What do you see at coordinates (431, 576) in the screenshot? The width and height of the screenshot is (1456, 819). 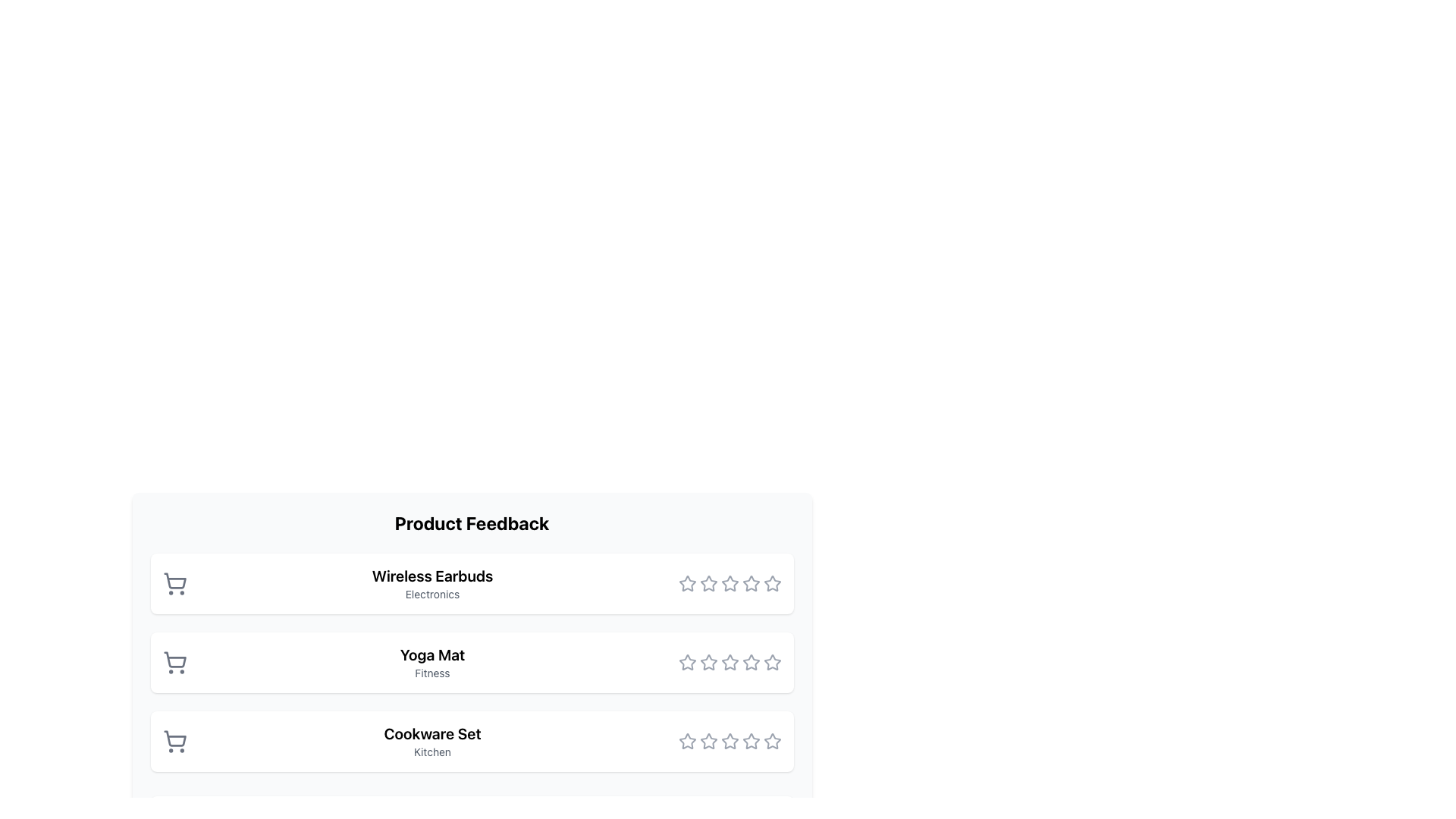 I see `the text label reading 'Wireless Earbuds', which is styled as bold and larger, located in the 'Product Feedback' section above the 'Electronics' label` at bounding box center [431, 576].